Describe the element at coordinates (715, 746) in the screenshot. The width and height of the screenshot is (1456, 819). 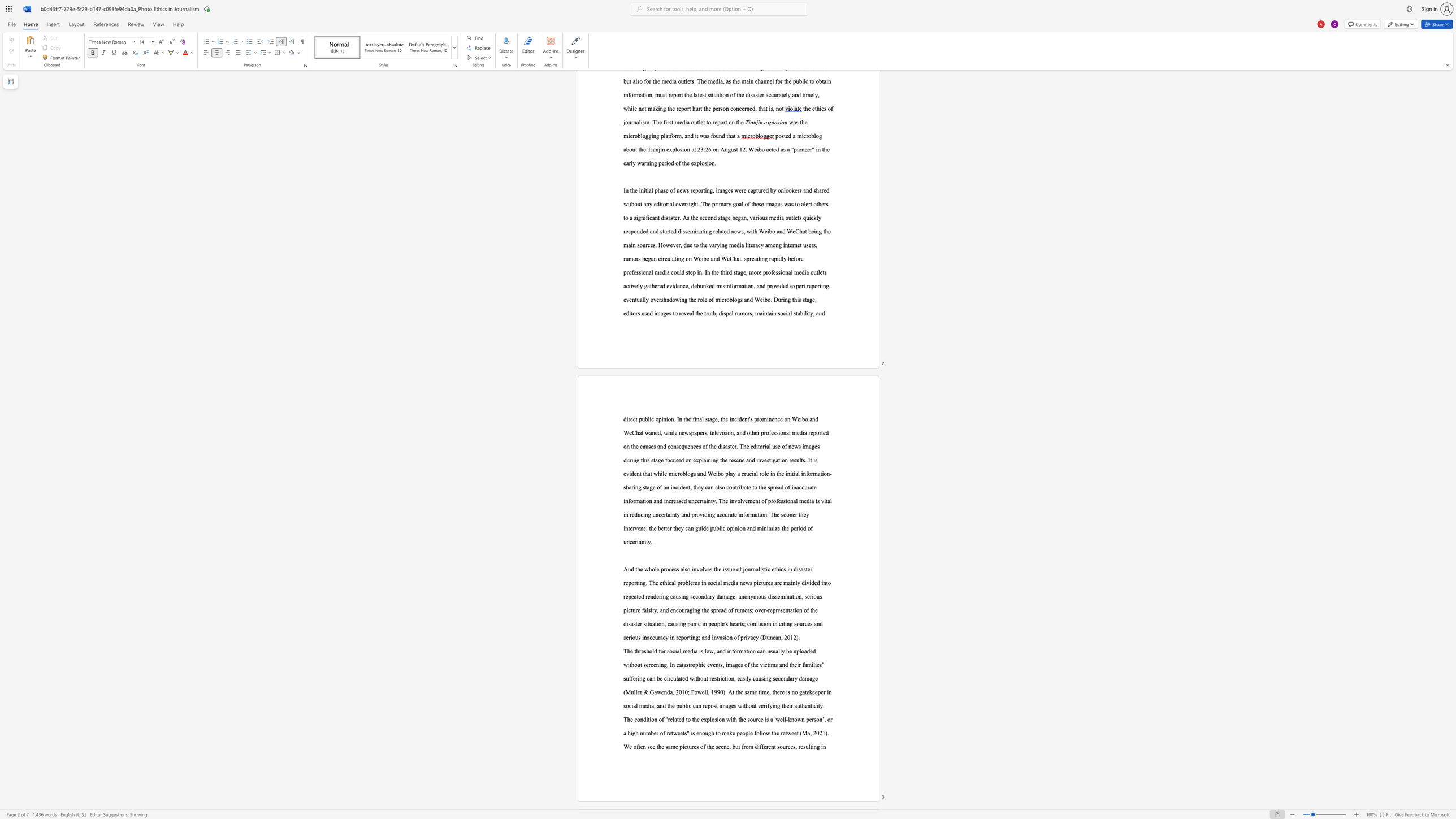
I see `the subset text "sce" within the text "or a high number of retweets"` at that location.